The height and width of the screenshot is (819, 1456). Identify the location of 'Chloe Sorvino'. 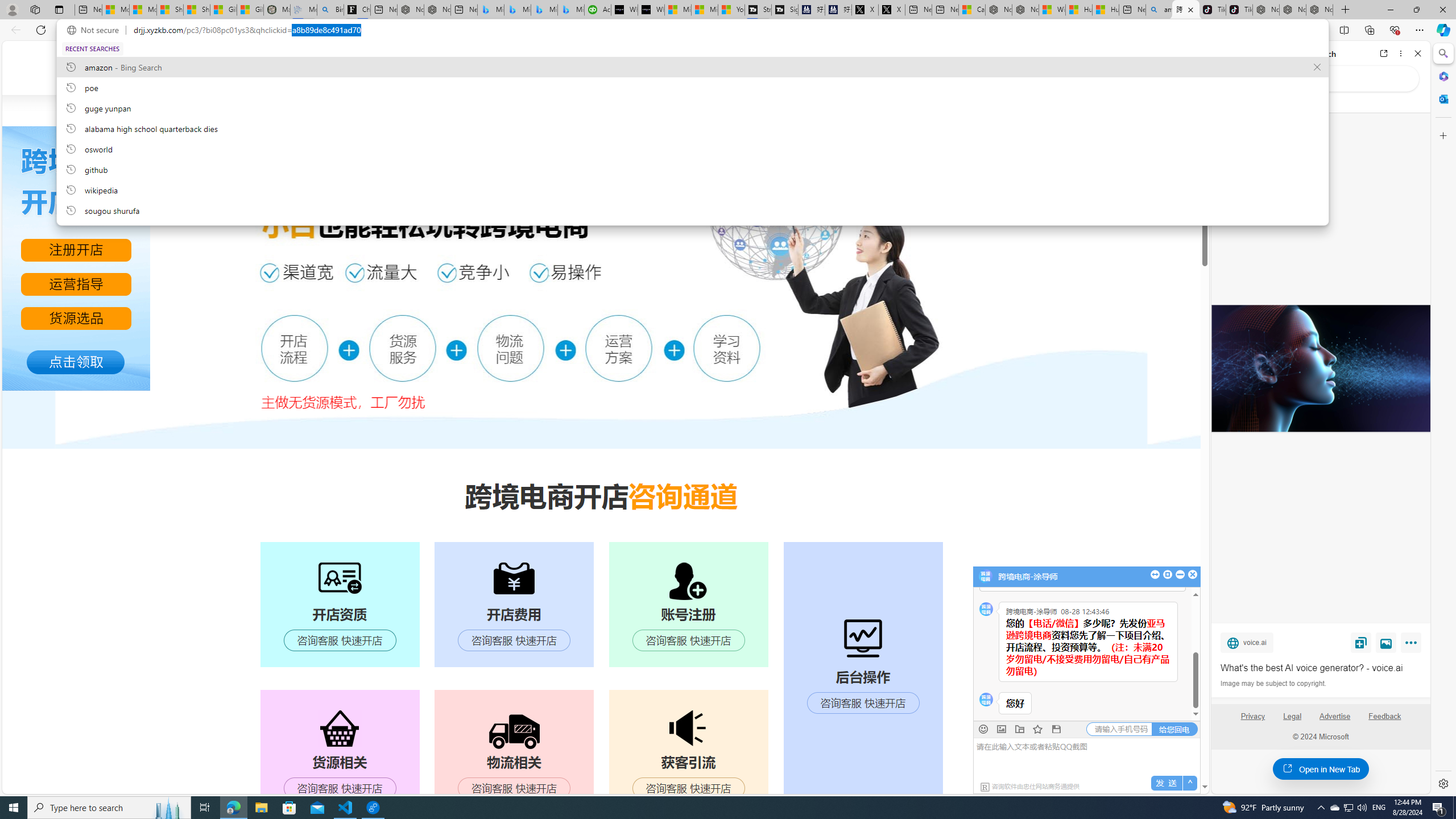
(357, 9).